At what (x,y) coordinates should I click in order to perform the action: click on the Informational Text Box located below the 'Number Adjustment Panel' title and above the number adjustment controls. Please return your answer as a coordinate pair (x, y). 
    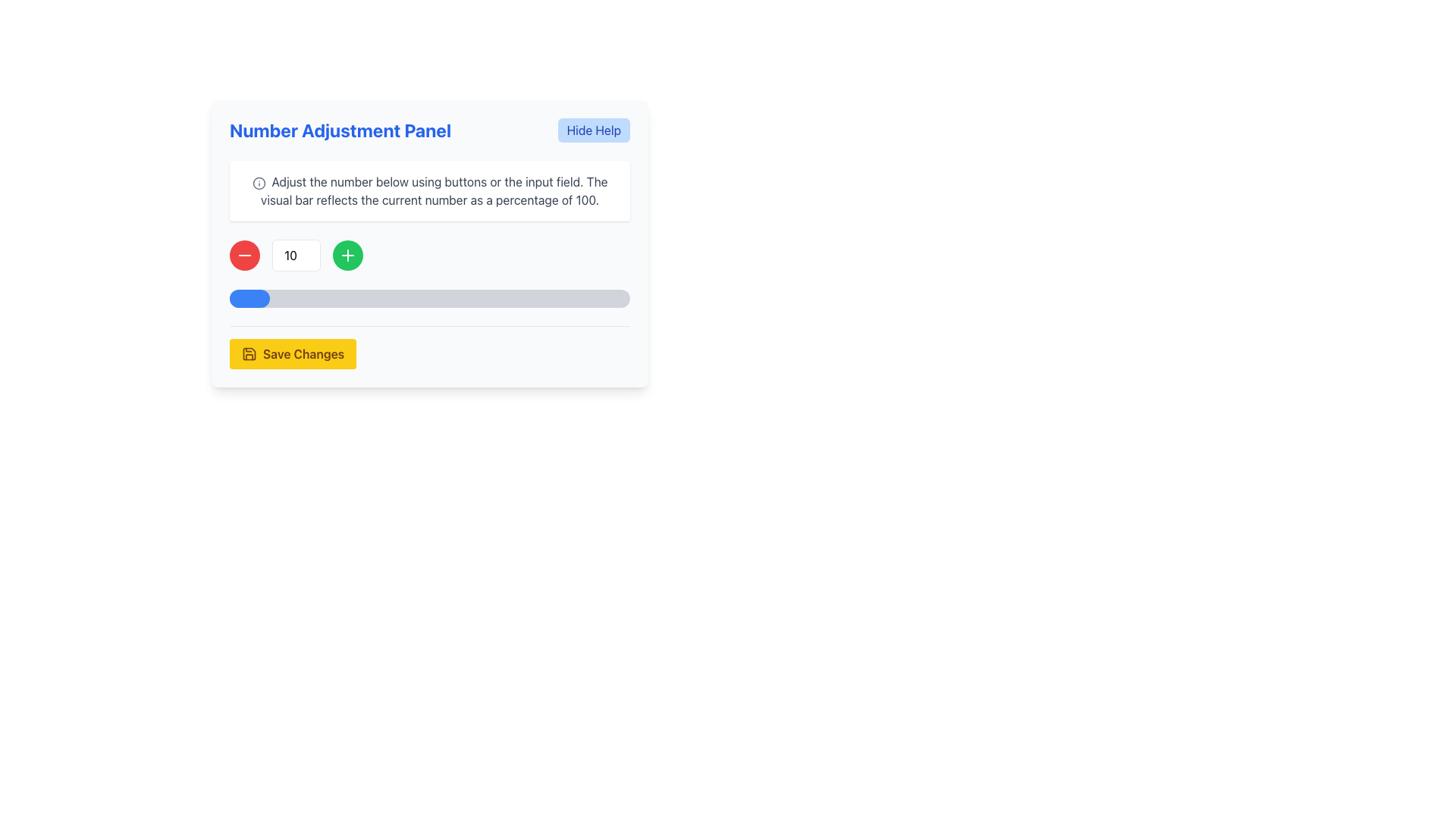
    Looking at the image, I should click on (428, 190).